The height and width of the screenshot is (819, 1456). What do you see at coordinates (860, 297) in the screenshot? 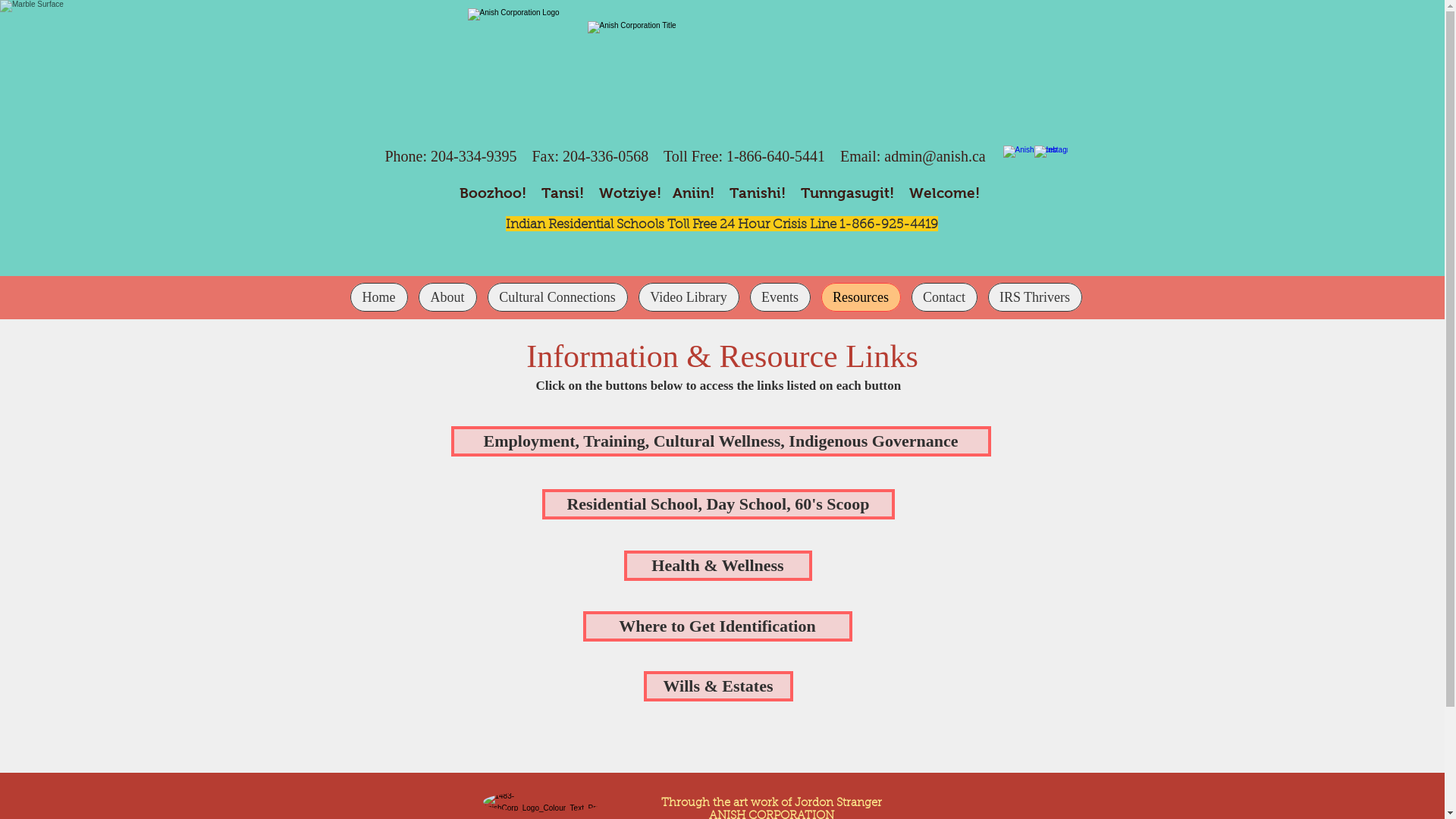
I see `'Resources'` at bounding box center [860, 297].